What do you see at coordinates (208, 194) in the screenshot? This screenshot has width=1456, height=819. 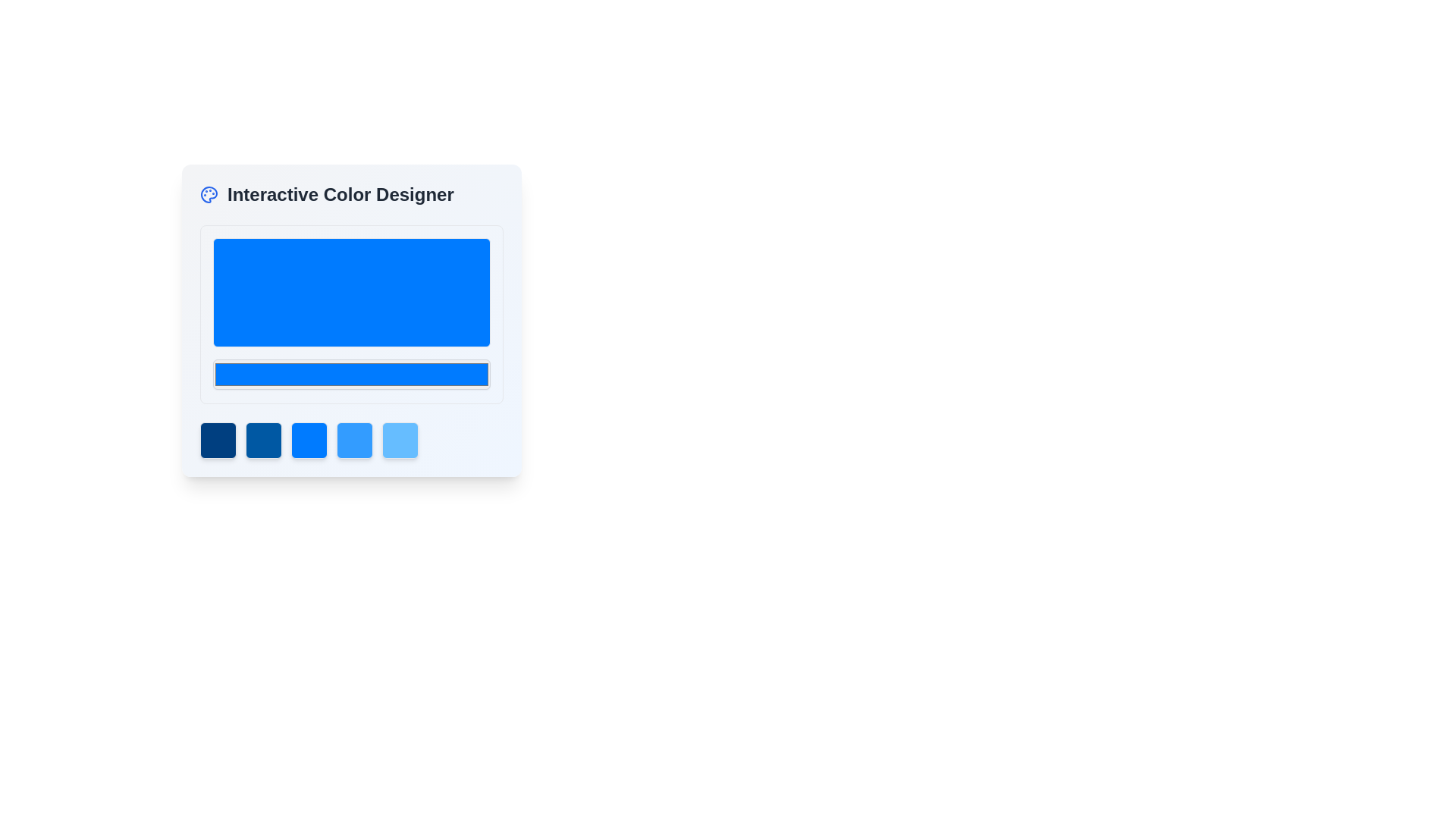 I see `the decorative icon representing the 'Interactive Color Designer' label, which is positioned to the left of the text heading` at bounding box center [208, 194].